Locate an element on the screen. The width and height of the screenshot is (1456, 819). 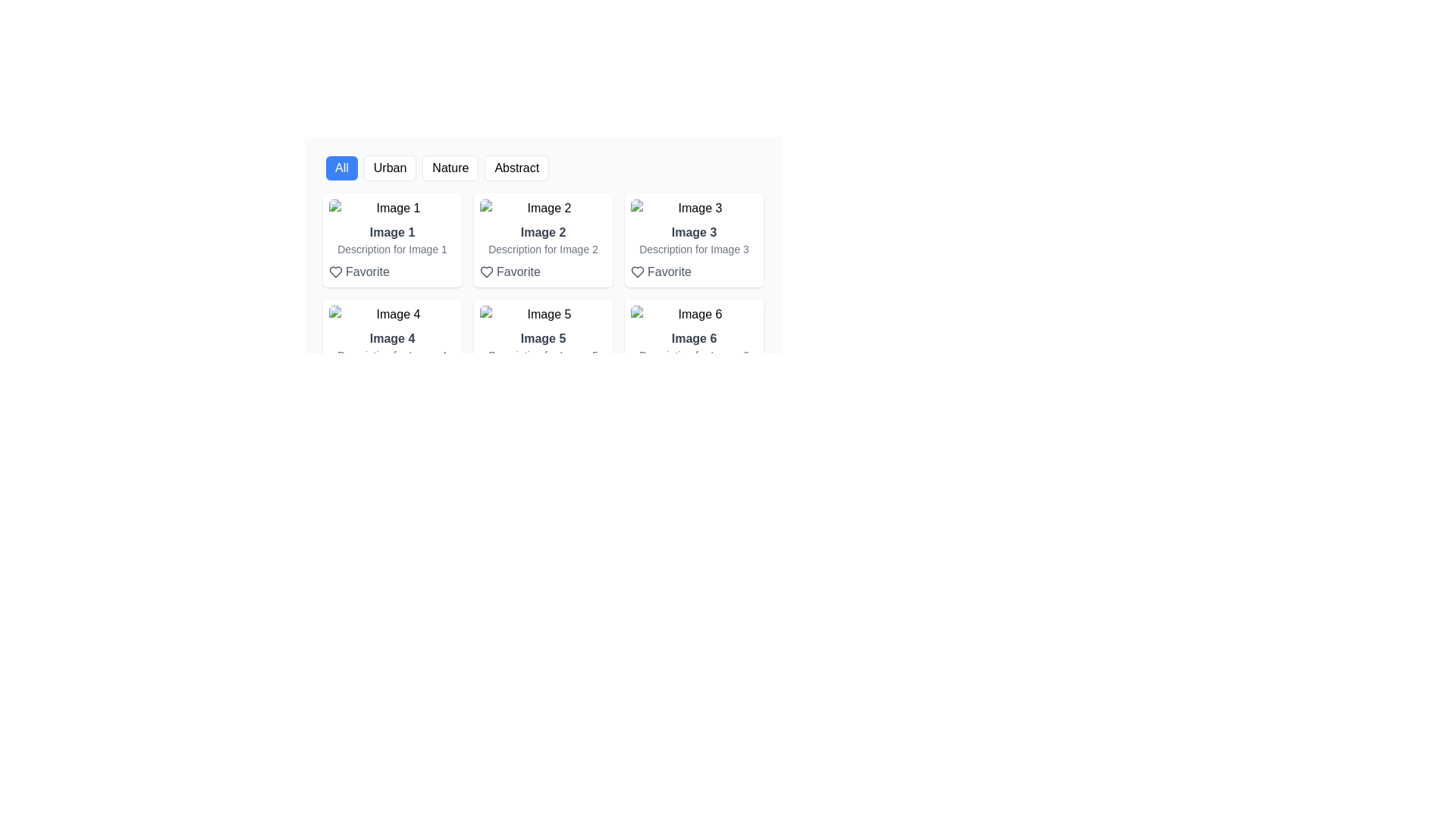
the 'Urban' button, which is a rectangular button with a white background and bold black text is located at coordinates (390, 168).